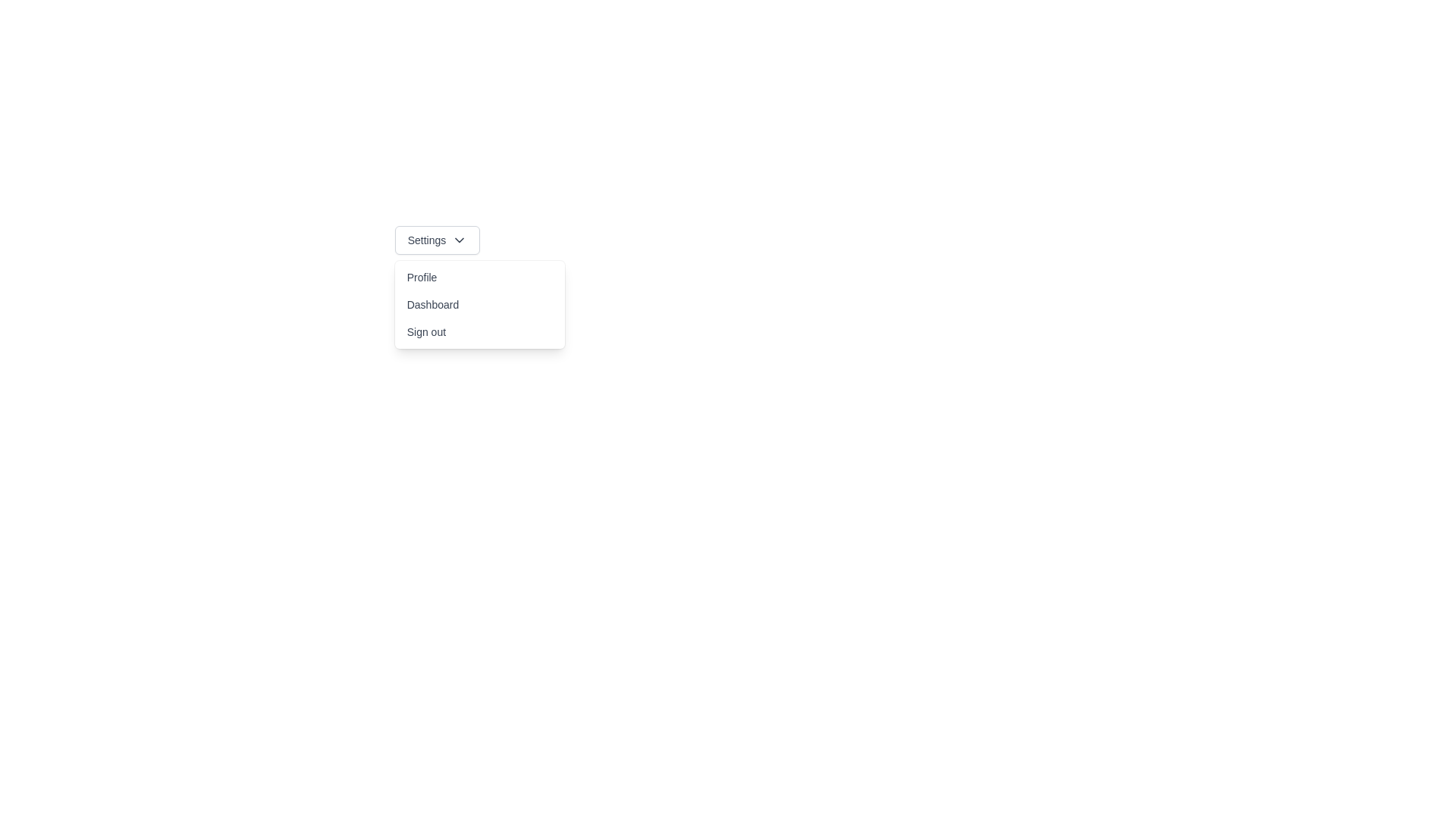 The image size is (1456, 819). Describe the element at coordinates (436, 239) in the screenshot. I see `the 'Settings' dropdown menu activator` at that location.